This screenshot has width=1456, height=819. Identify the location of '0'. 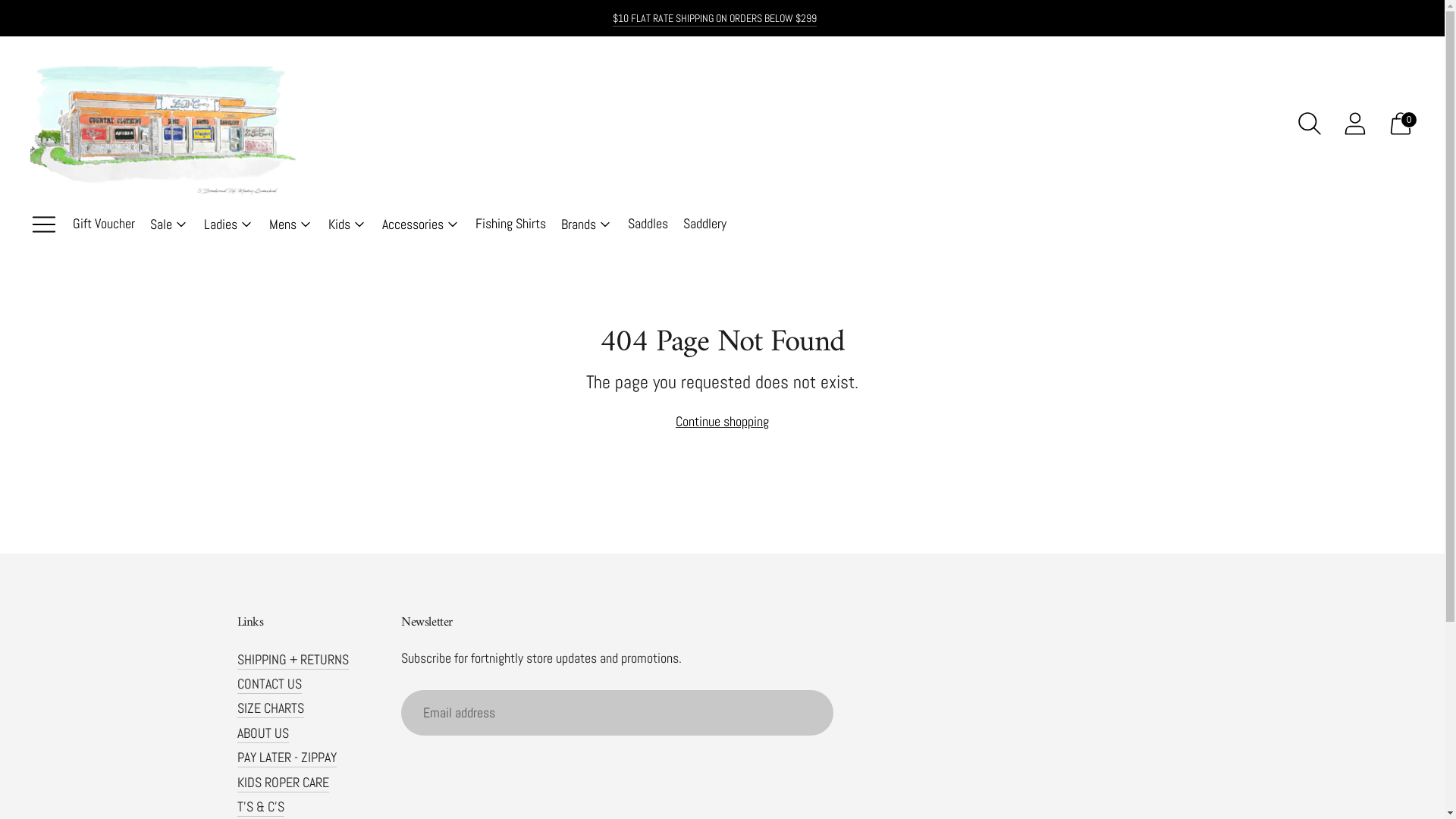
(1400, 122).